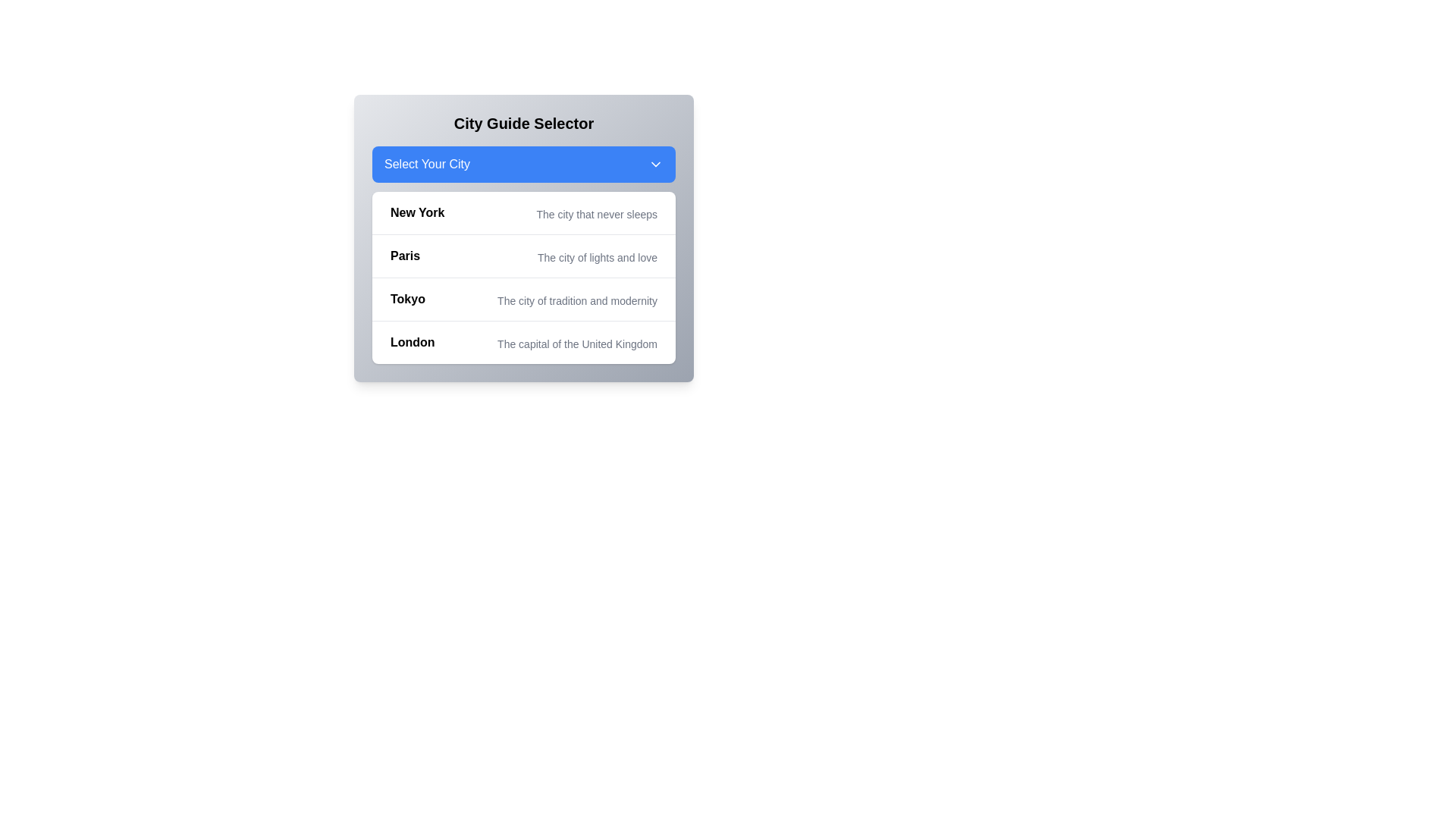 The image size is (1456, 819). What do you see at coordinates (426, 164) in the screenshot?
I see `the text label indicating the currently selected option in the dropdown menu for city selection, located on the left side of the blue rectangular dropdown bar` at bounding box center [426, 164].